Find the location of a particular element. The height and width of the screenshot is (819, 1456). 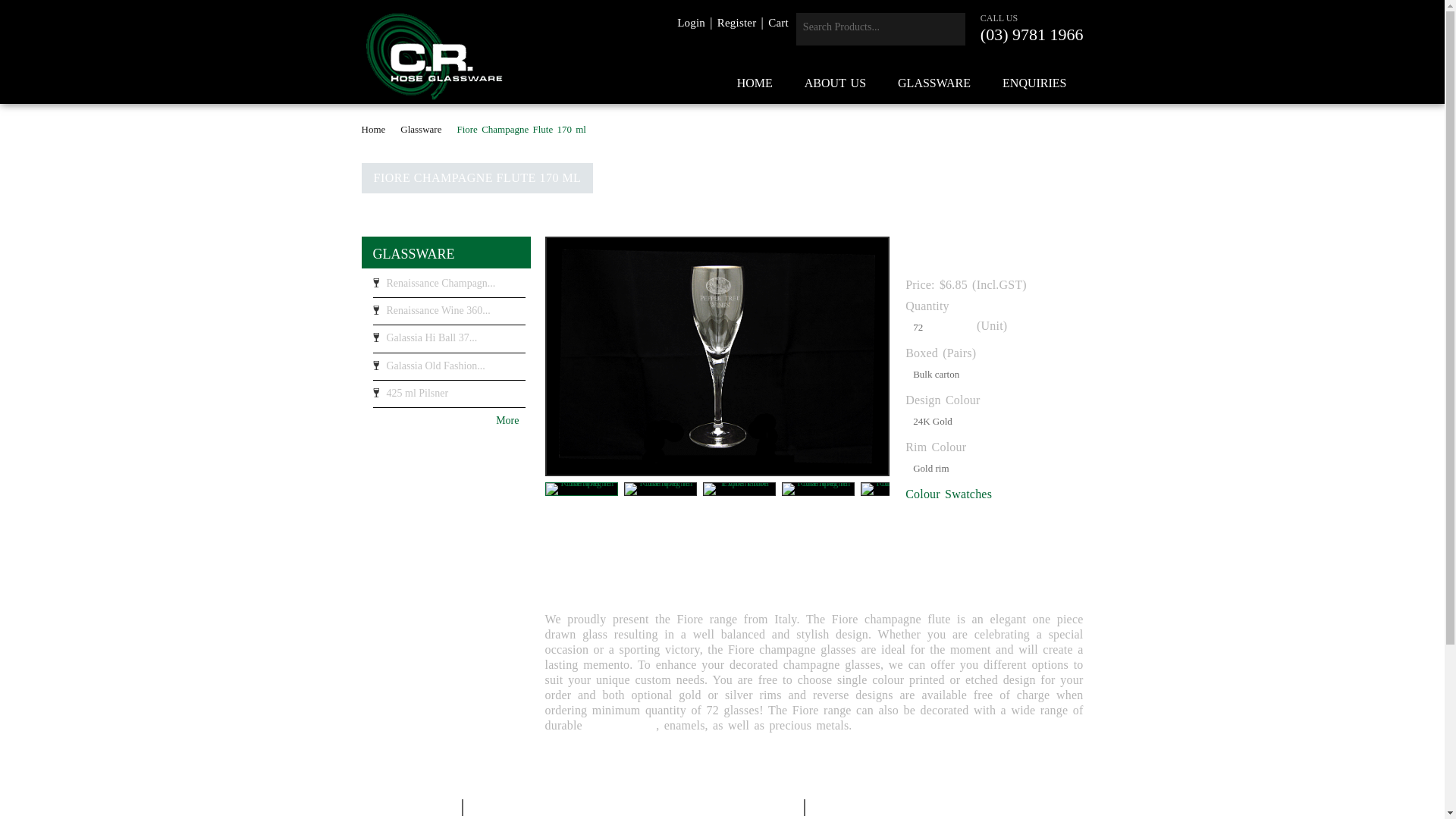

'Login' is located at coordinates (690, 23).